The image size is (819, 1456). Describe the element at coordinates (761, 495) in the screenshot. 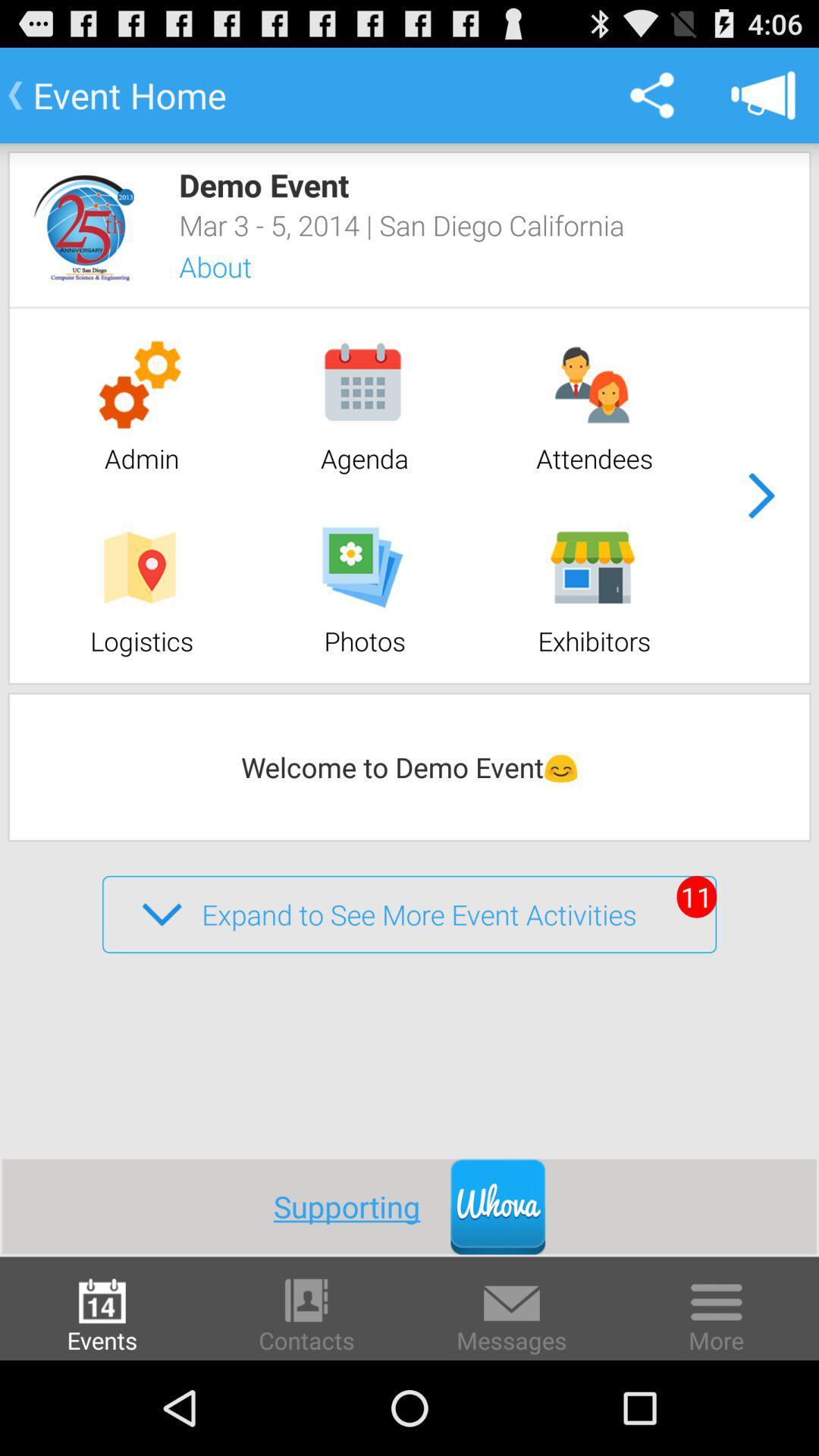

I see `go forward` at that location.